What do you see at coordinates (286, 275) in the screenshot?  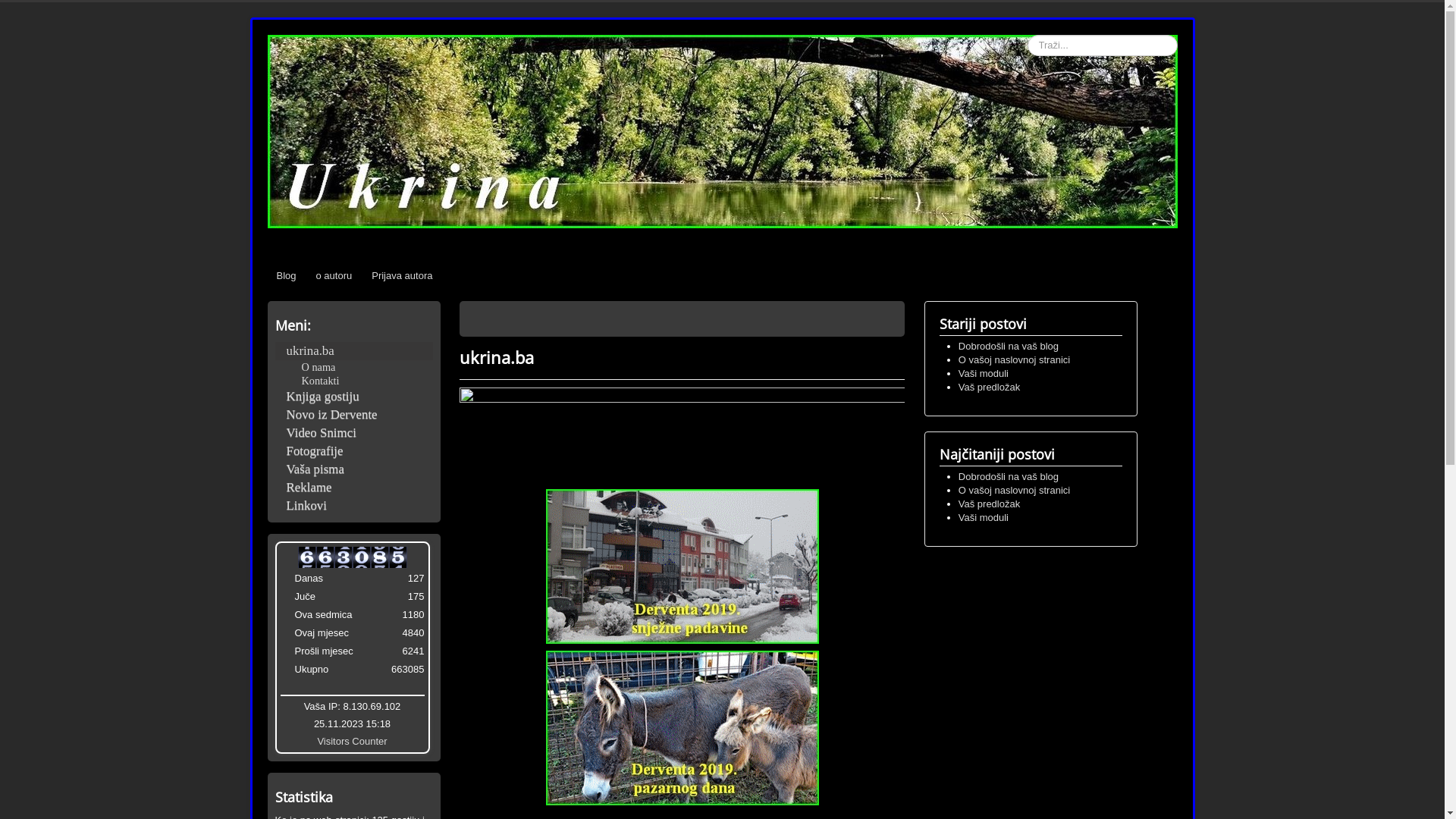 I see `'Blog'` at bounding box center [286, 275].